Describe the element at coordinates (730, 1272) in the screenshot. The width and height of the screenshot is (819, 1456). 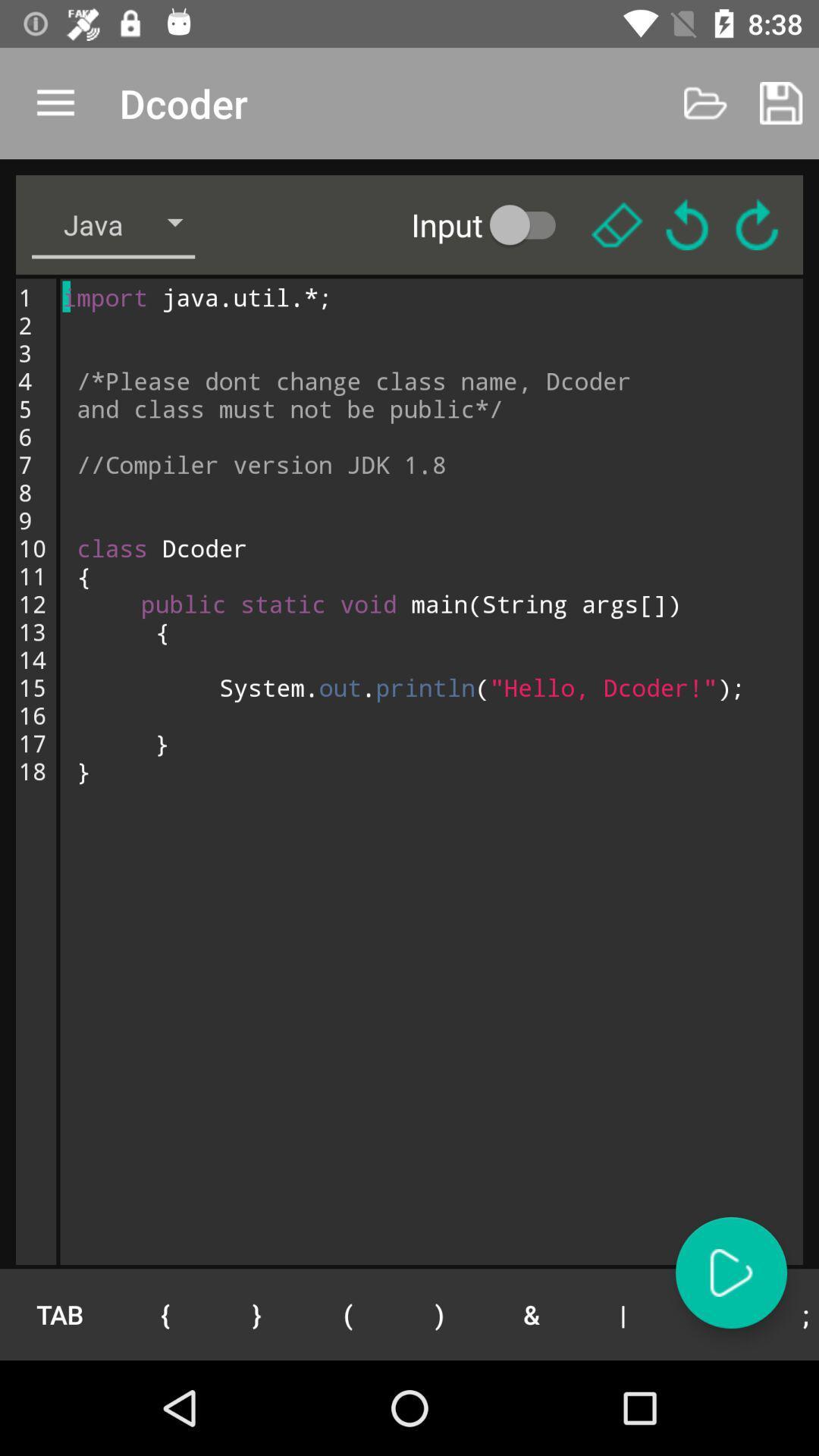
I see `the play icon` at that location.